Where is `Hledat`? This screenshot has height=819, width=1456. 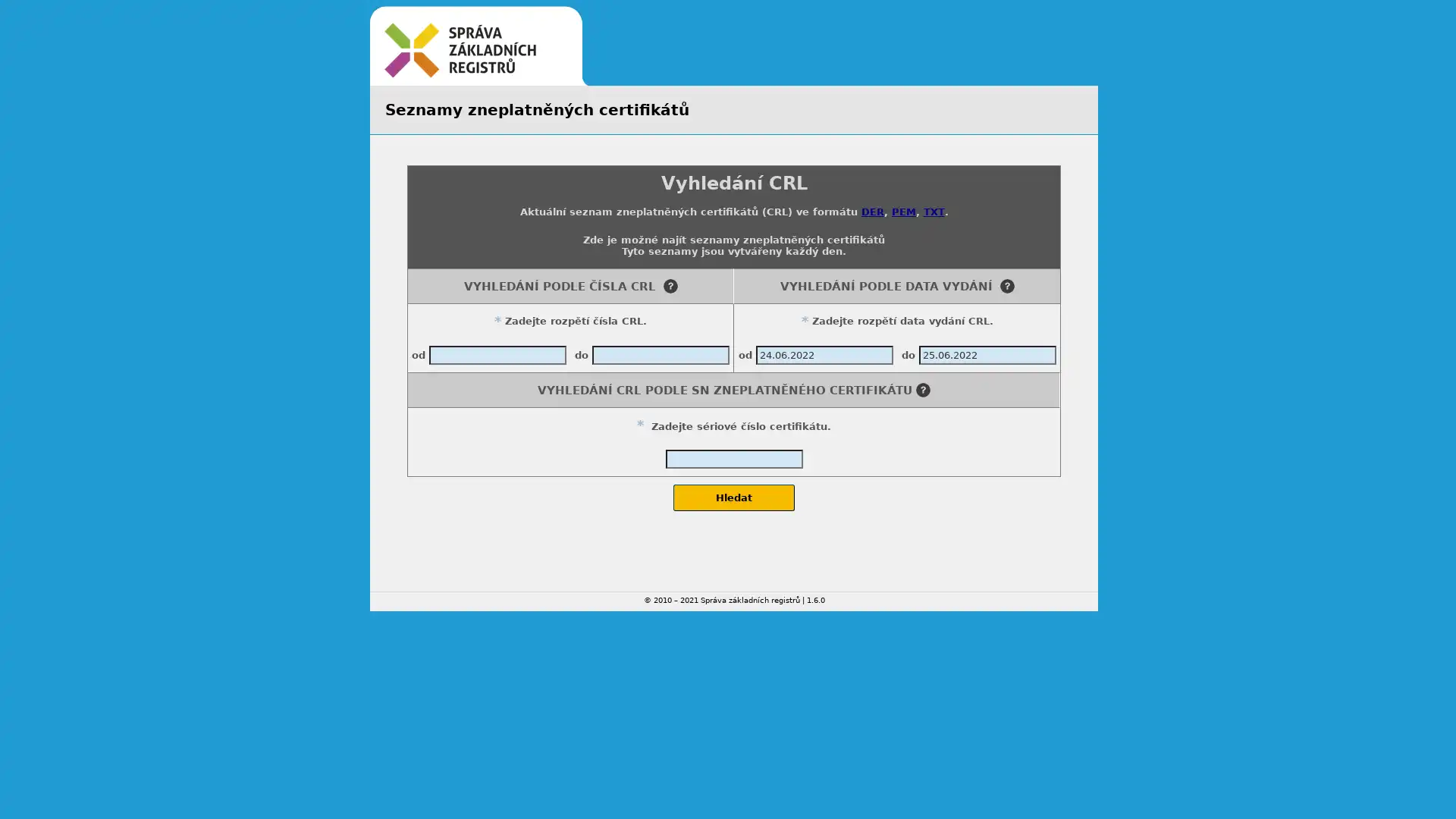
Hledat is located at coordinates (734, 497).